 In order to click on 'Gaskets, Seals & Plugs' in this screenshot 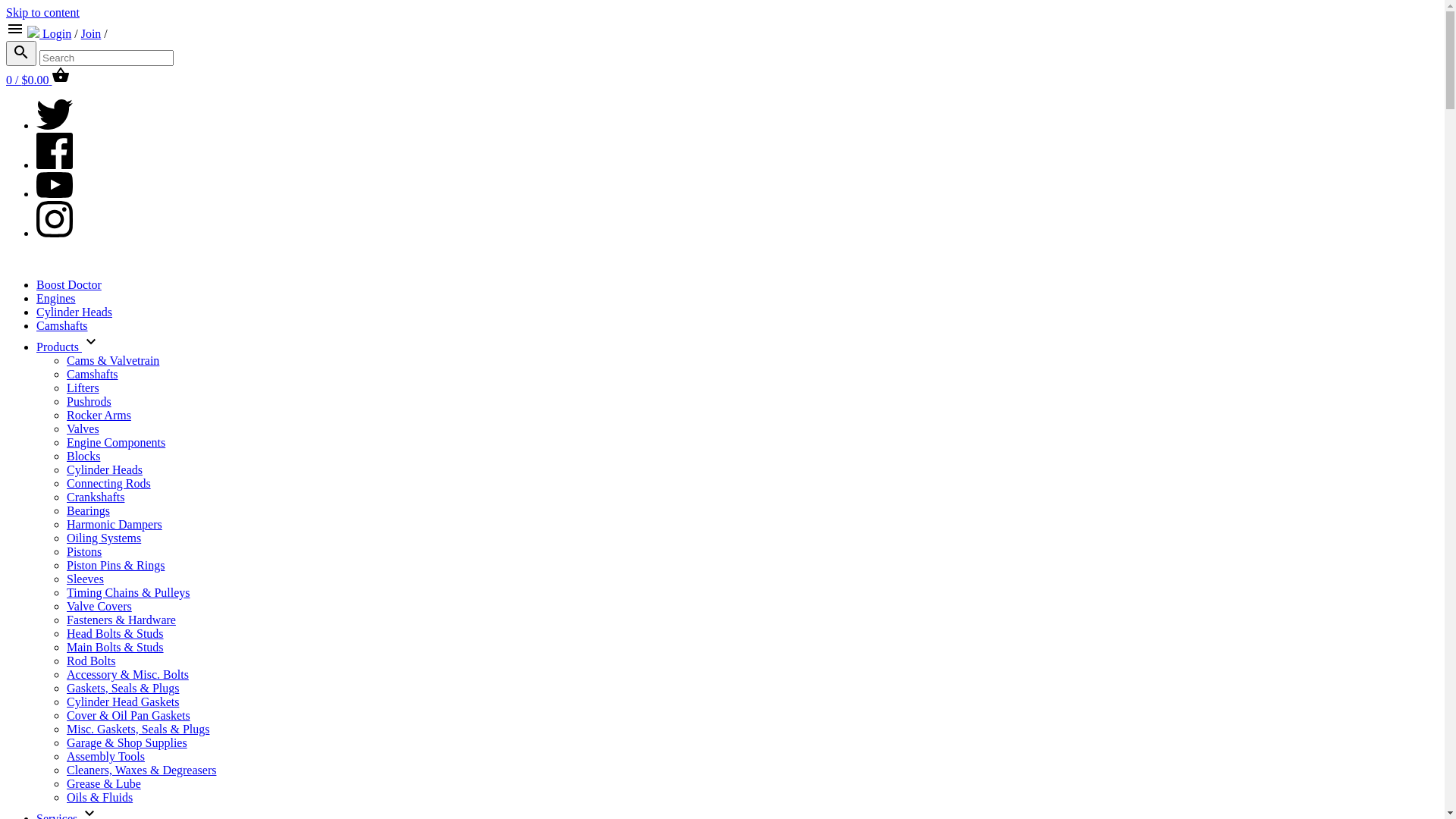, I will do `click(123, 688)`.